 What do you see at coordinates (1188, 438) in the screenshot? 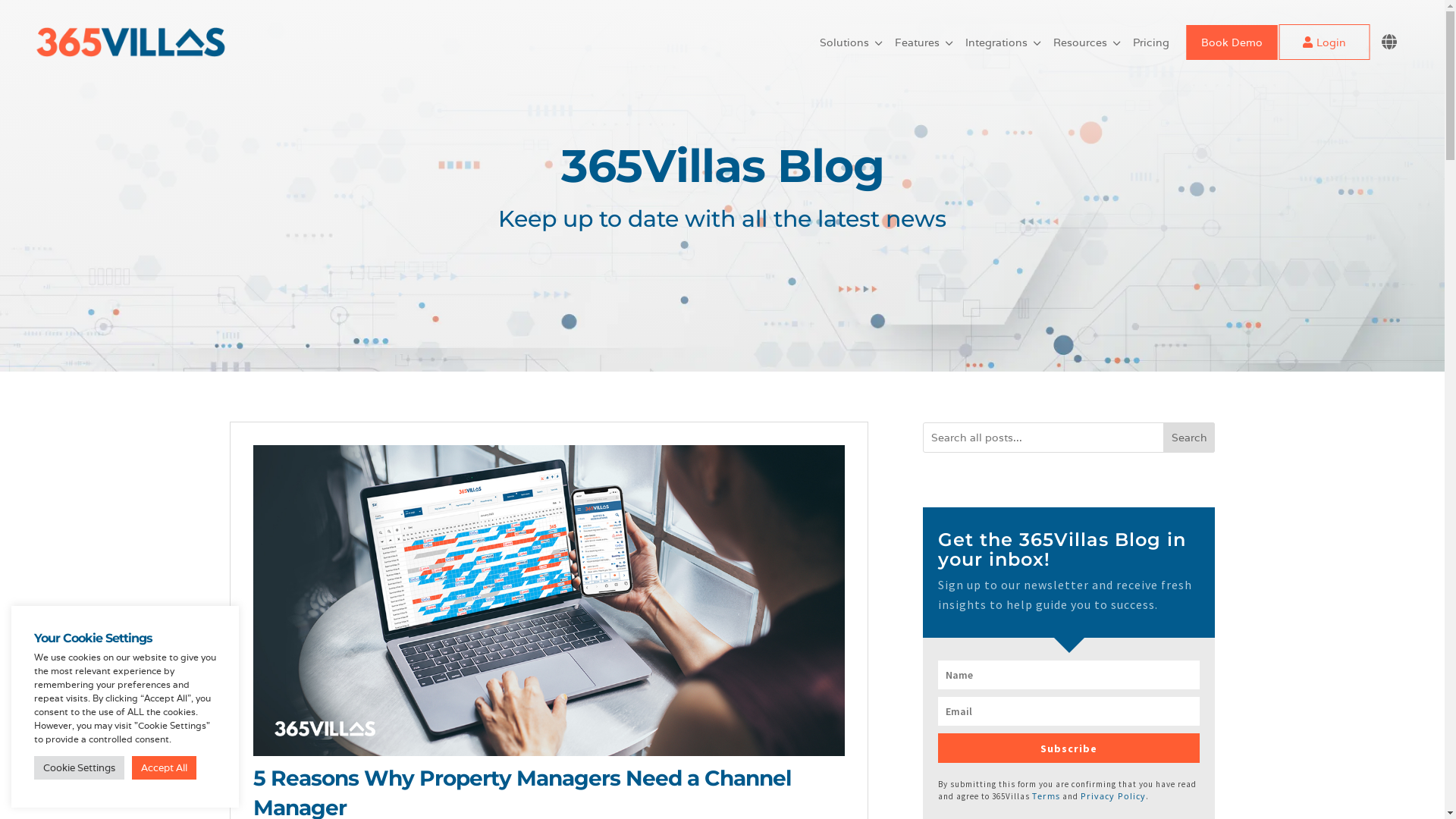
I see `'Search'` at bounding box center [1188, 438].